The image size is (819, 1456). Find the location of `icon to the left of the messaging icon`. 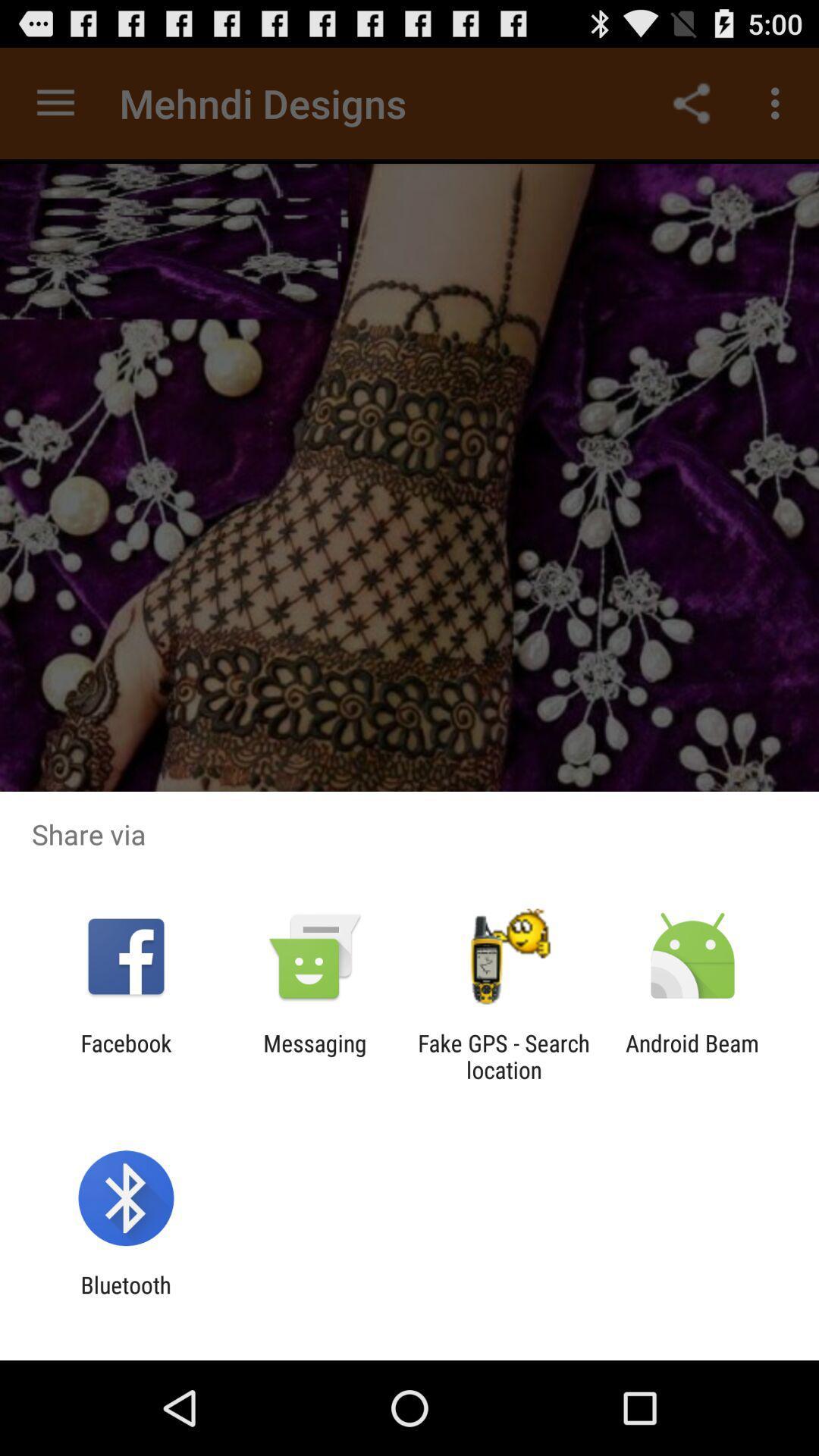

icon to the left of the messaging icon is located at coordinates (125, 1056).